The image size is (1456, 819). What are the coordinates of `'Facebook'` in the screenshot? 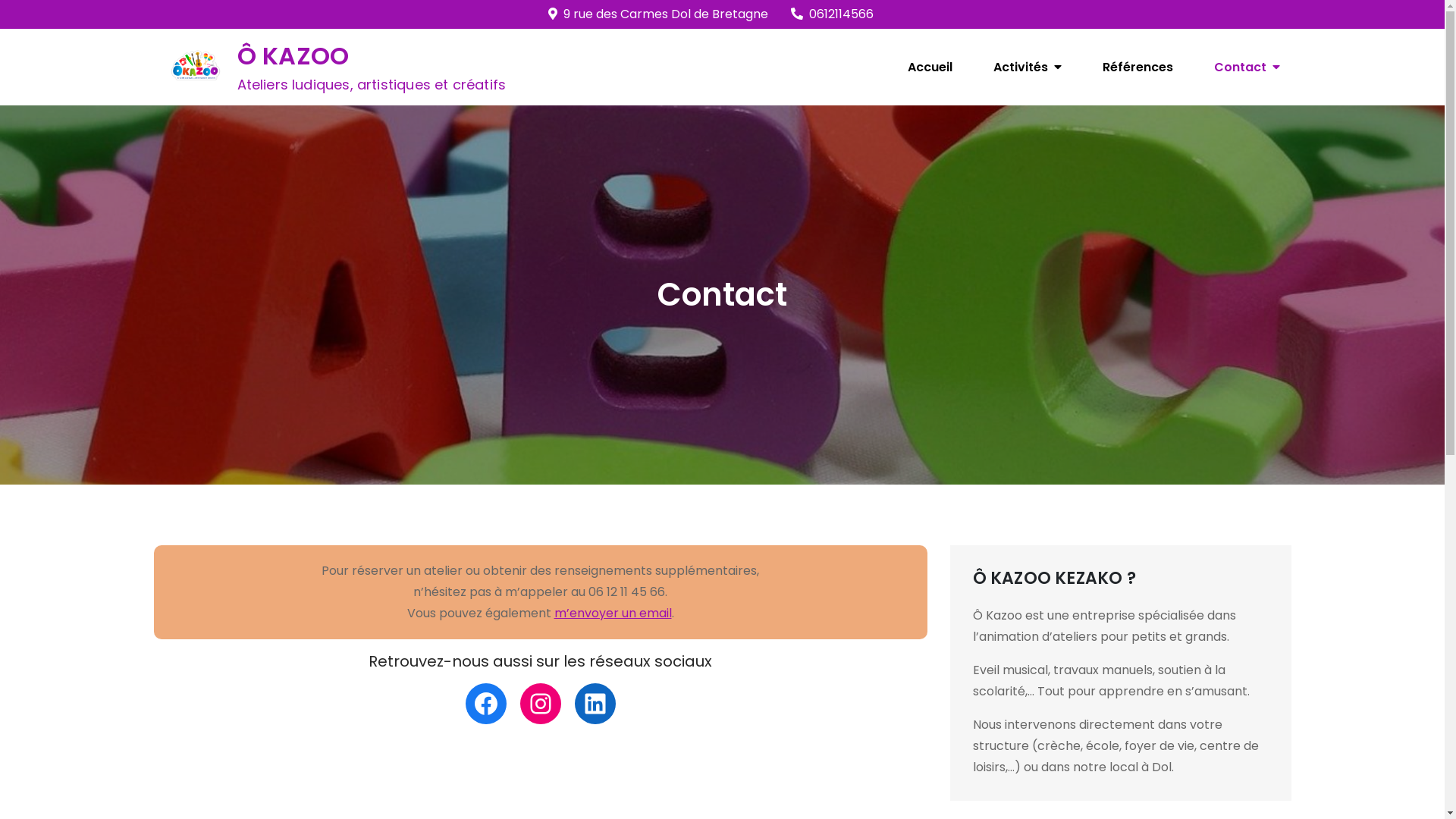 It's located at (486, 704).